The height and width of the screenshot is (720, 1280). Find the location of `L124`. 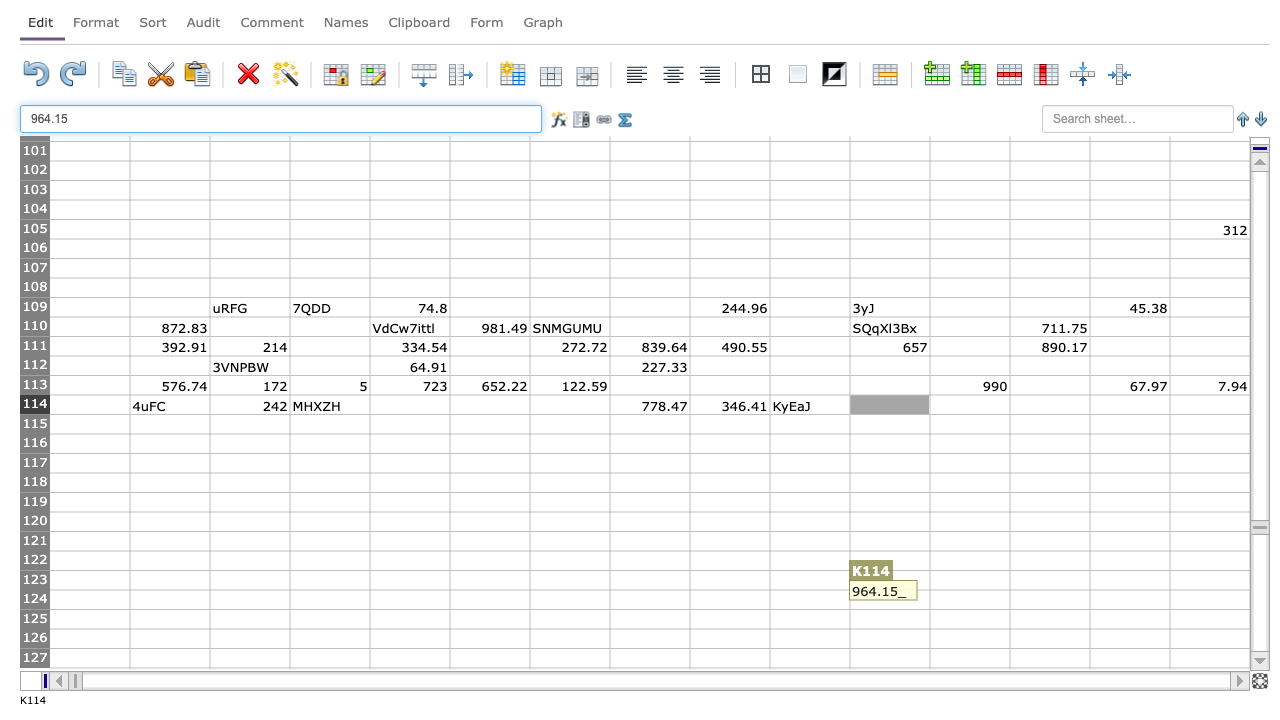

L124 is located at coordinates (969, 598).